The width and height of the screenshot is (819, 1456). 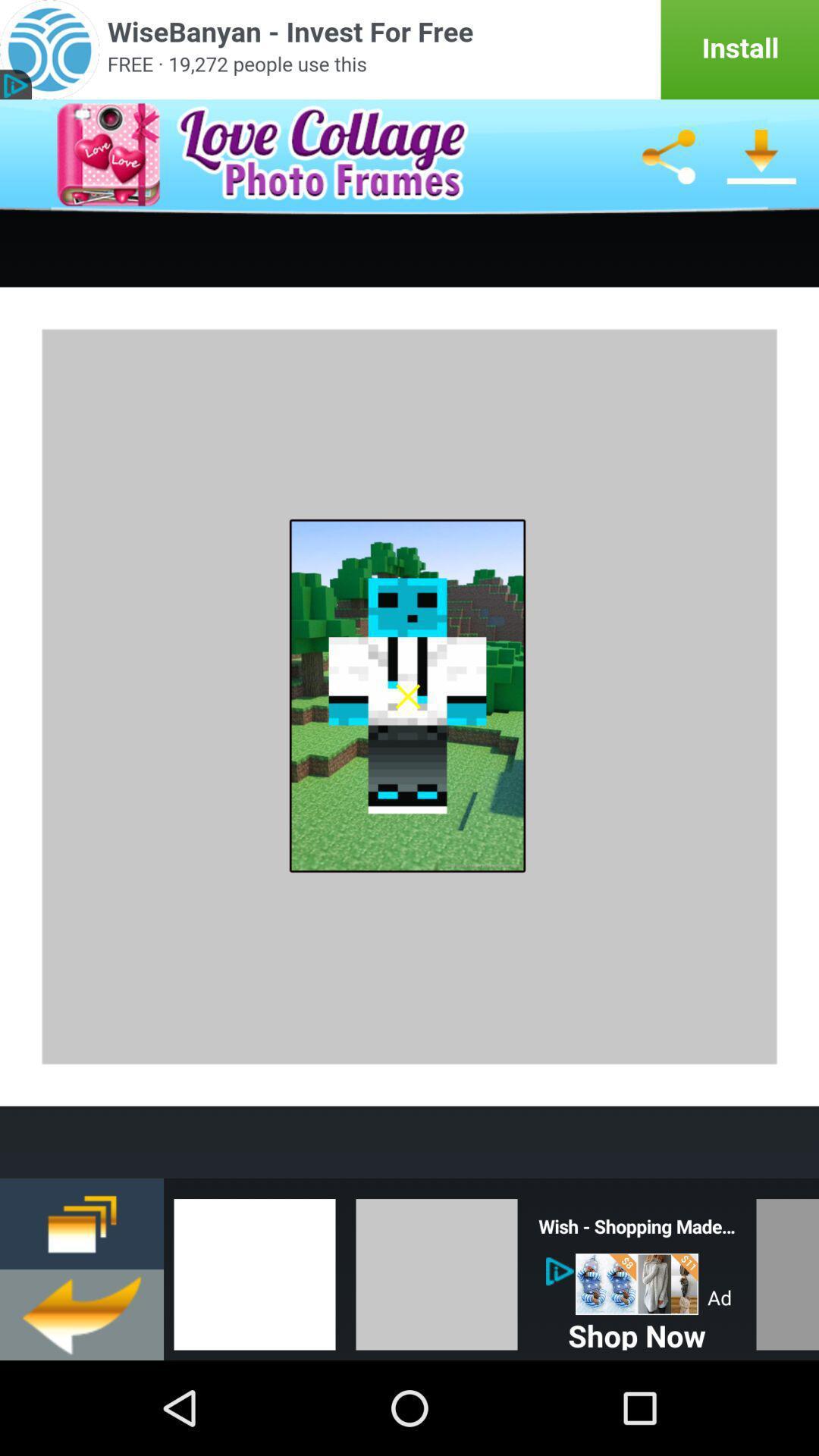 What do you see at coordinates (253, 1269) in the screenshot?
I see `for a blank page` at bounding box center [253, 1269].